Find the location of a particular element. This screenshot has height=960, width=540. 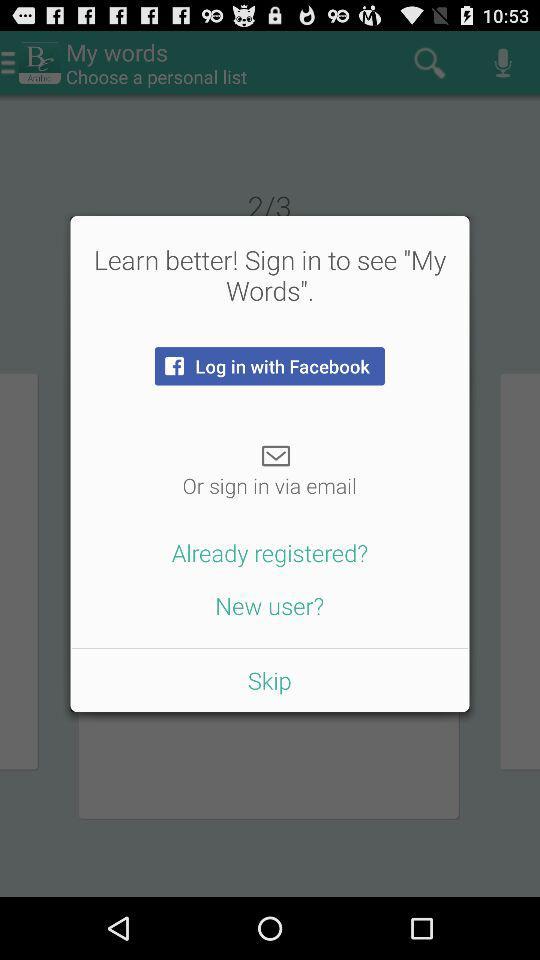

new user? is located at coordinates (269, 604).